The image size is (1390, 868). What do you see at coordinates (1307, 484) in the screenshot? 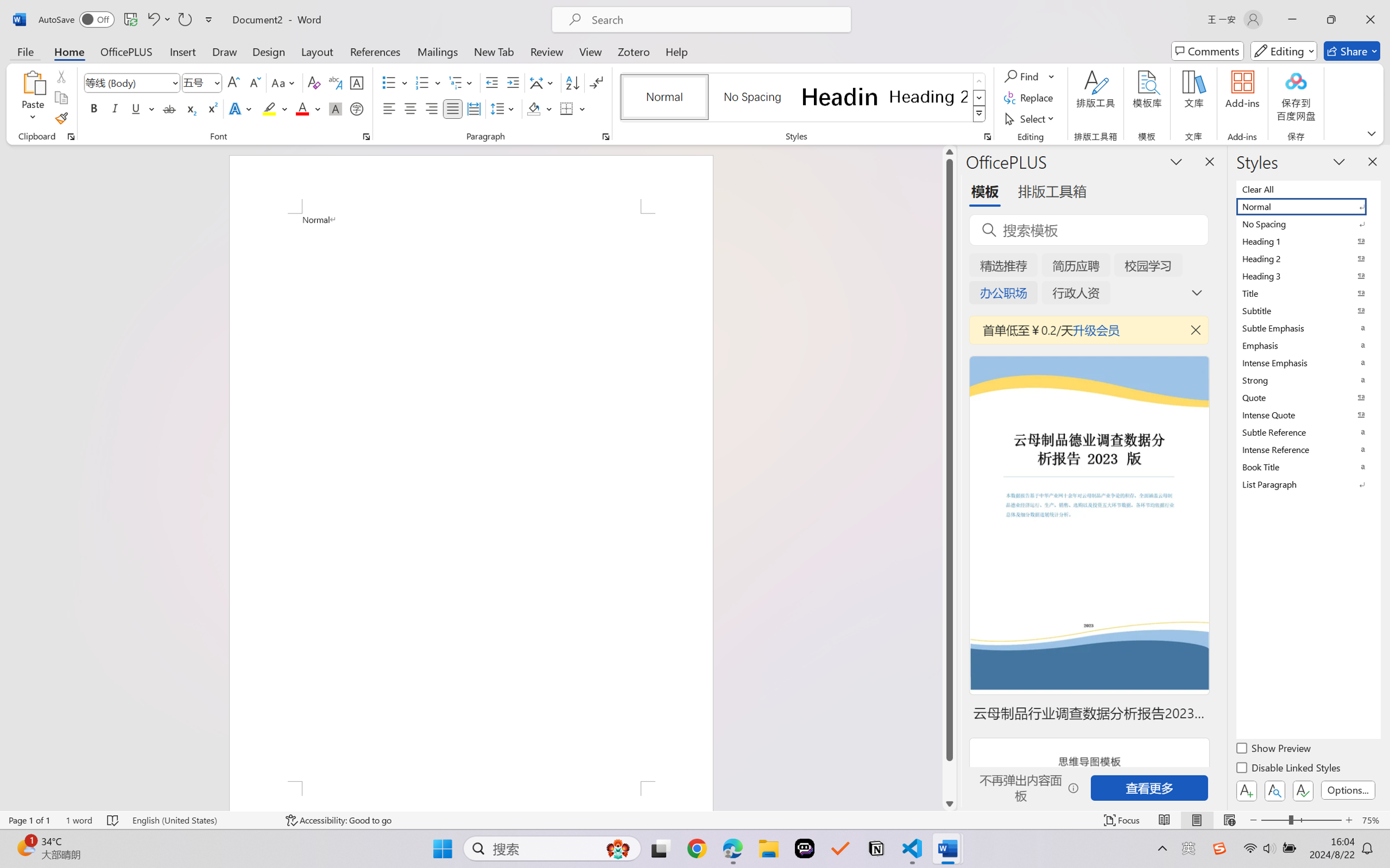
I see `'List Paragraph'` at bounding box center [1307, 484].